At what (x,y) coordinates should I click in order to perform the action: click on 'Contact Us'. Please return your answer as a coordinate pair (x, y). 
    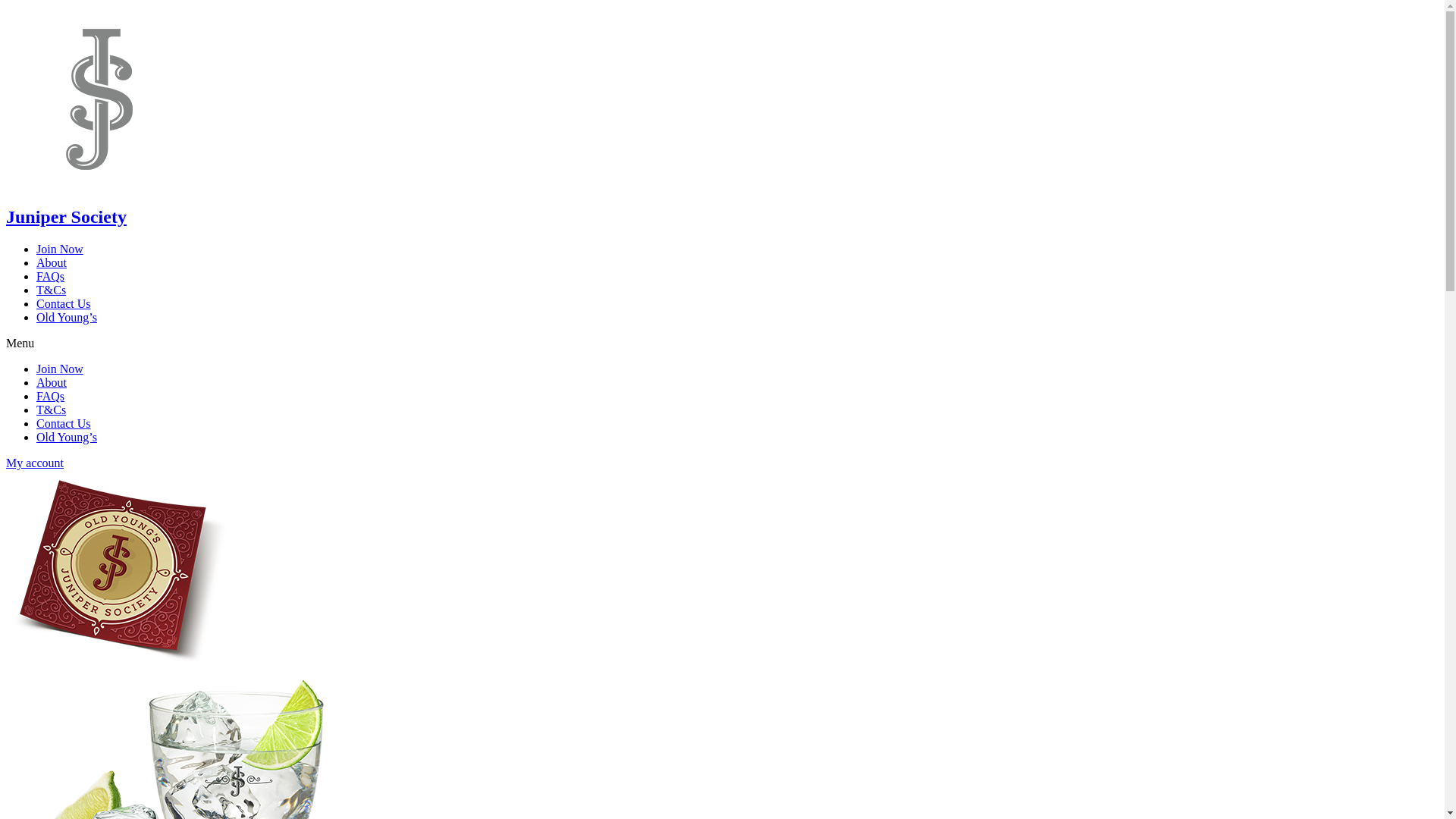
    Looking at the image, I should click on (62, 423).